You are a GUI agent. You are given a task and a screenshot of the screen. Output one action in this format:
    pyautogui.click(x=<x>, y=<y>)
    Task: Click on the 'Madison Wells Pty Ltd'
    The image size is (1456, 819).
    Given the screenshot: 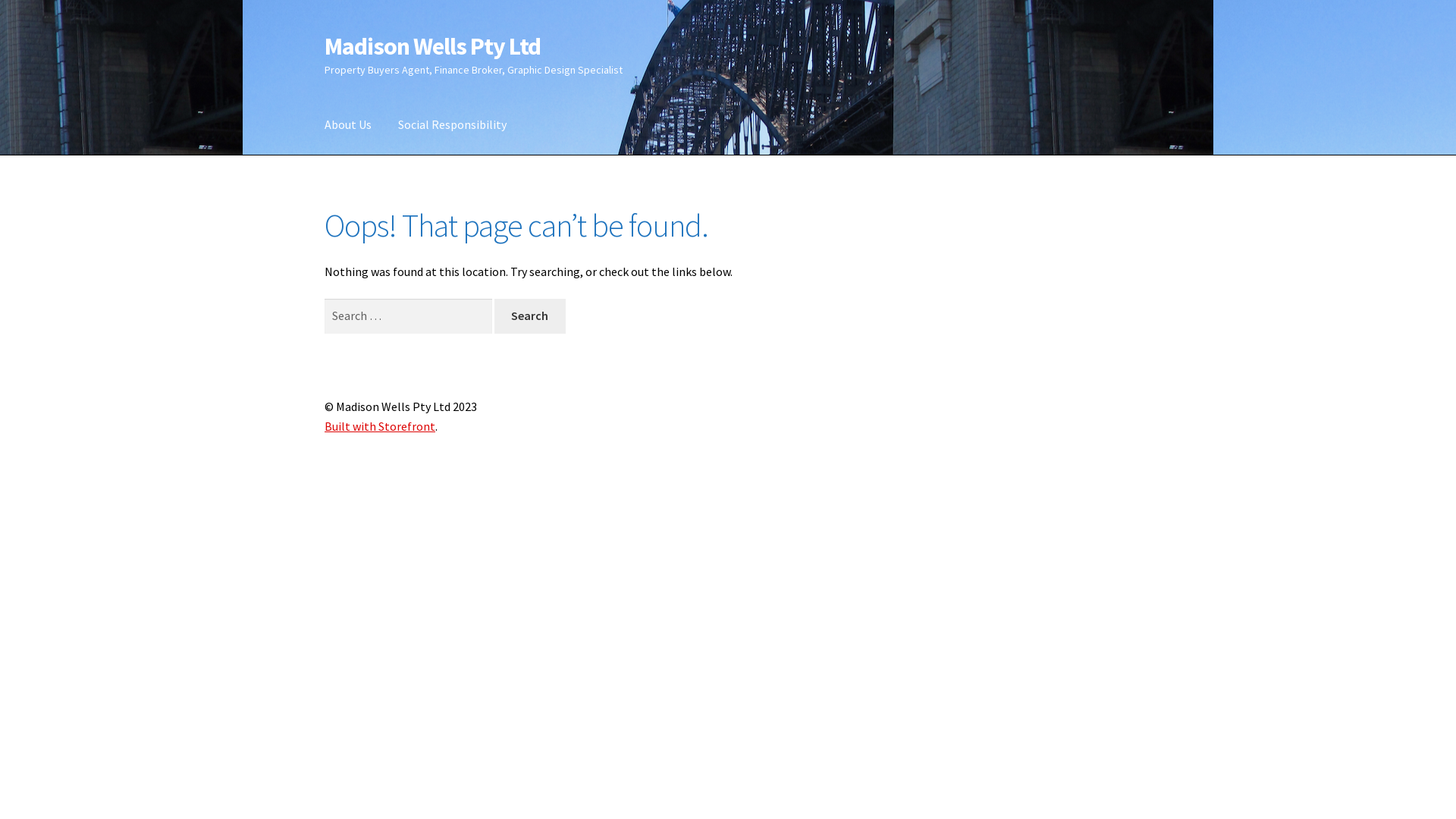 What is the action you would take?
    pyautogui.click(x=431, y=45)
    